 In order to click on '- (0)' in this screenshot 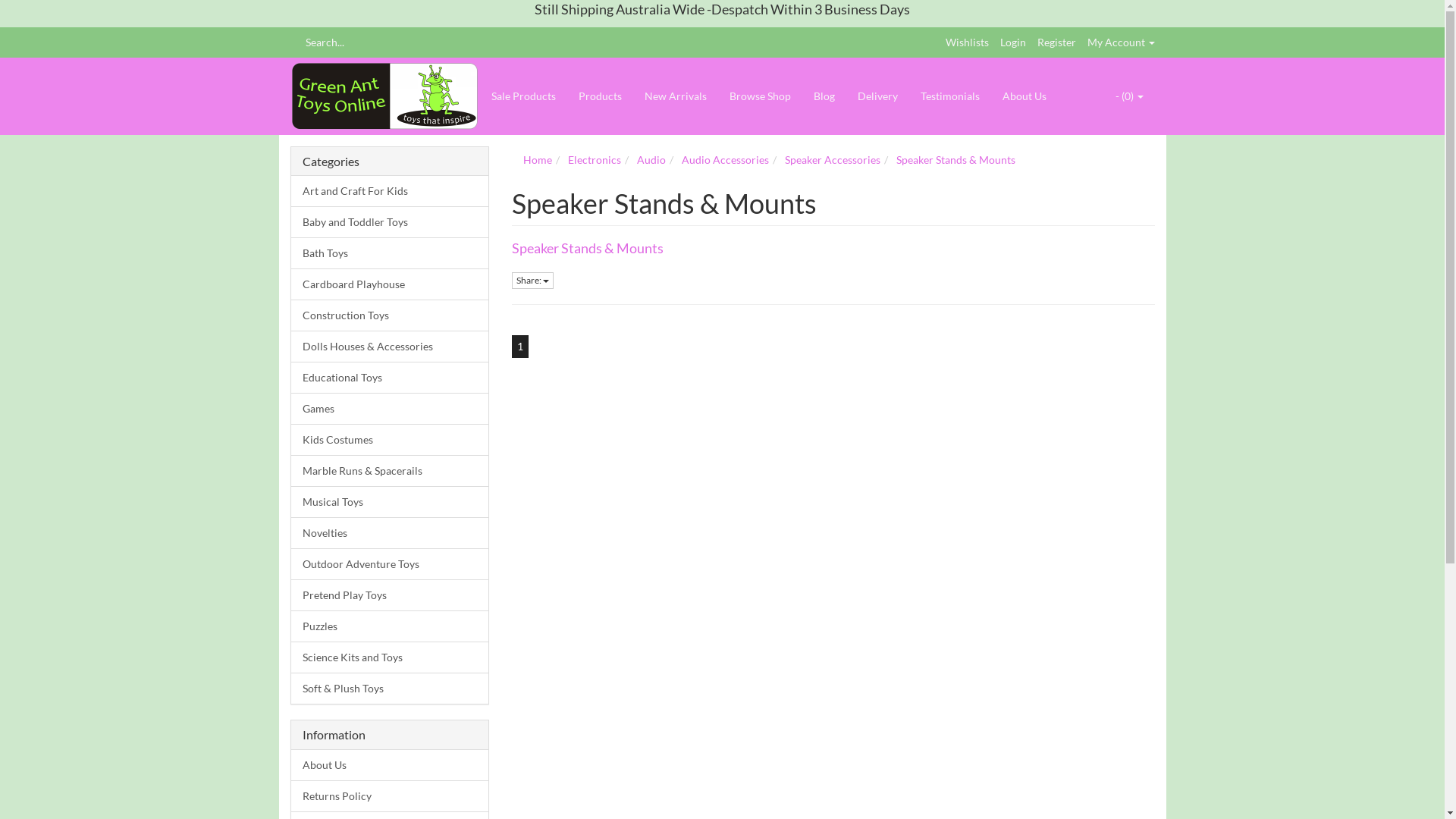, I will do `click(1129, 96)`.